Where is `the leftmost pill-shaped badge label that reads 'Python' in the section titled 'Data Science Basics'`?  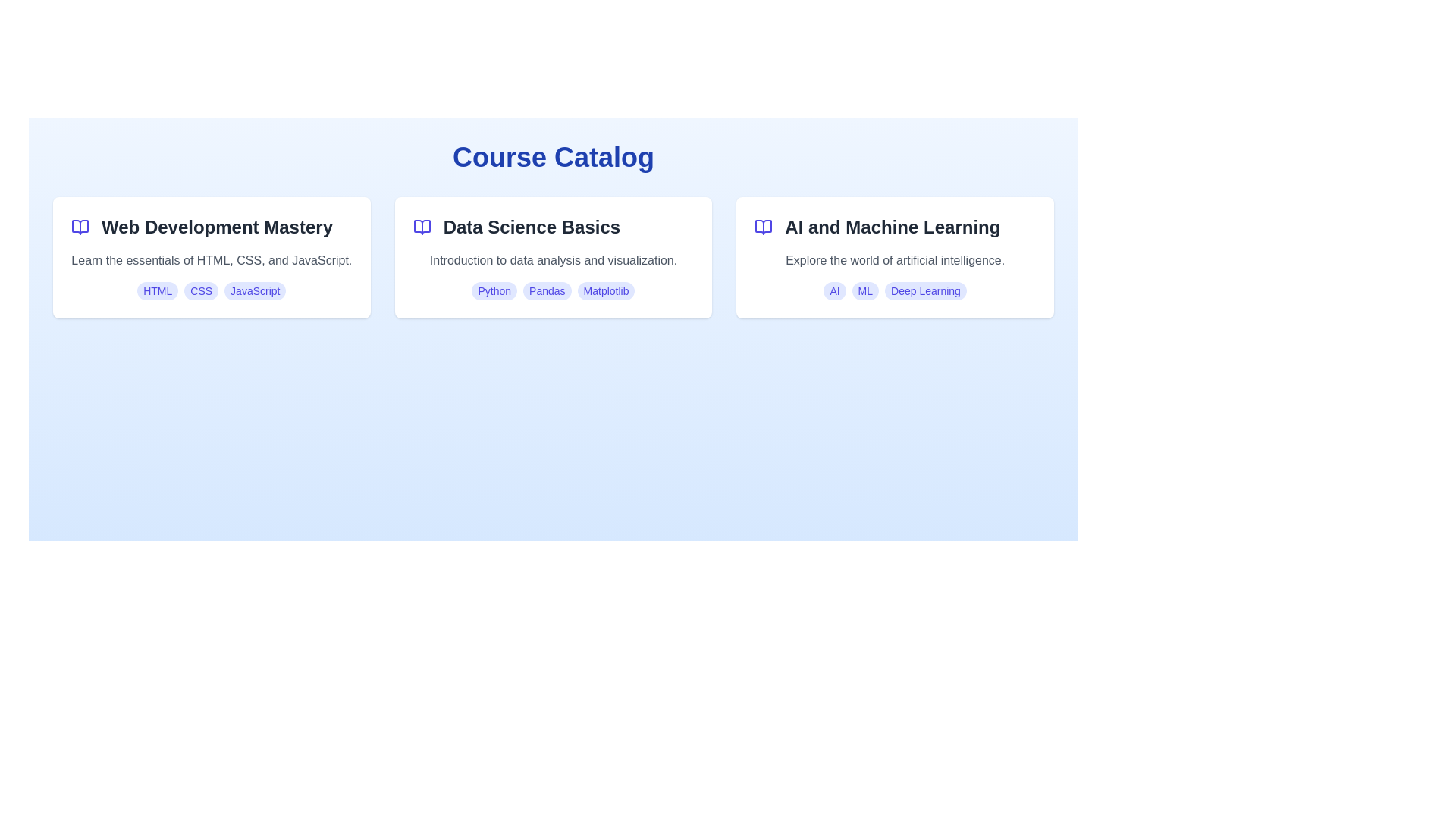
the leftmost pill-shaped badge label that reads 'Python' in the section titled 'Data Science Basics' is located at coordinates (494, 291).